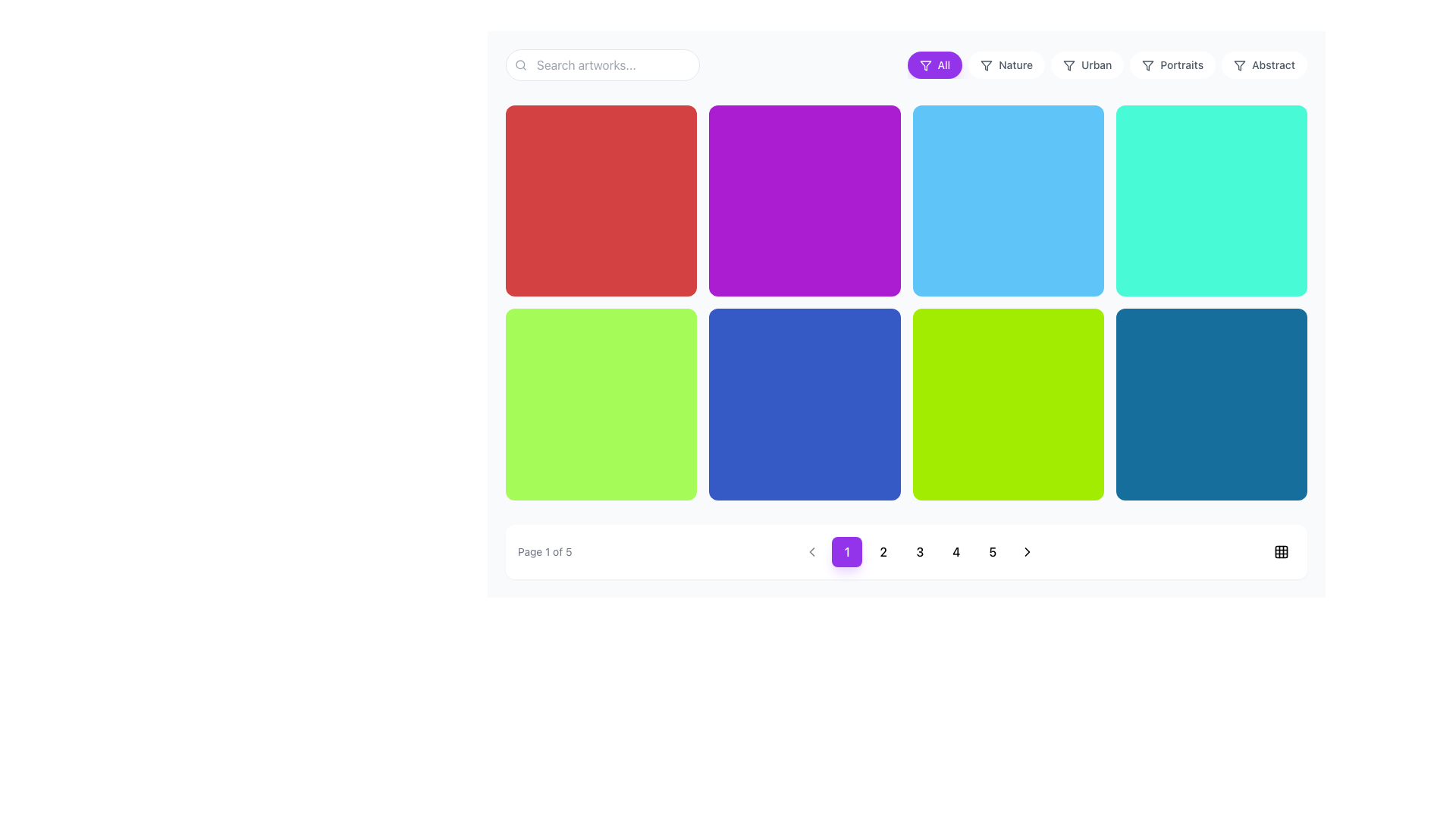 This screenshot has height=819, width=1456. Describe the element at coordinates (811, 551) in the screenshot. I see `the button located to the immediate left of the '1' page button in the pagination control` at that location.